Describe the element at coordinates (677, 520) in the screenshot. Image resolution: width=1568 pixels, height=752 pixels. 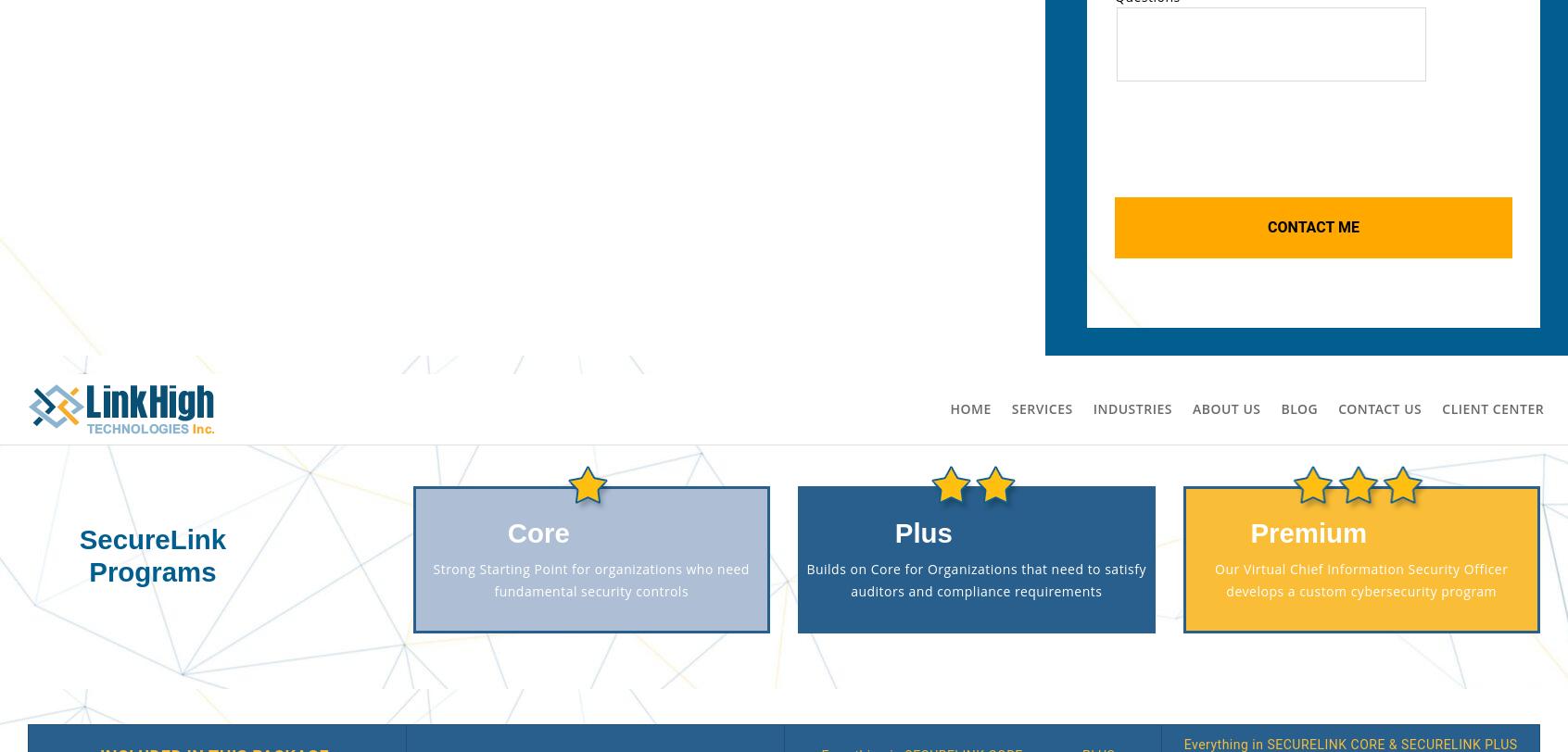
I see `'VIRTUAL CISO SERVICES'` at that location.